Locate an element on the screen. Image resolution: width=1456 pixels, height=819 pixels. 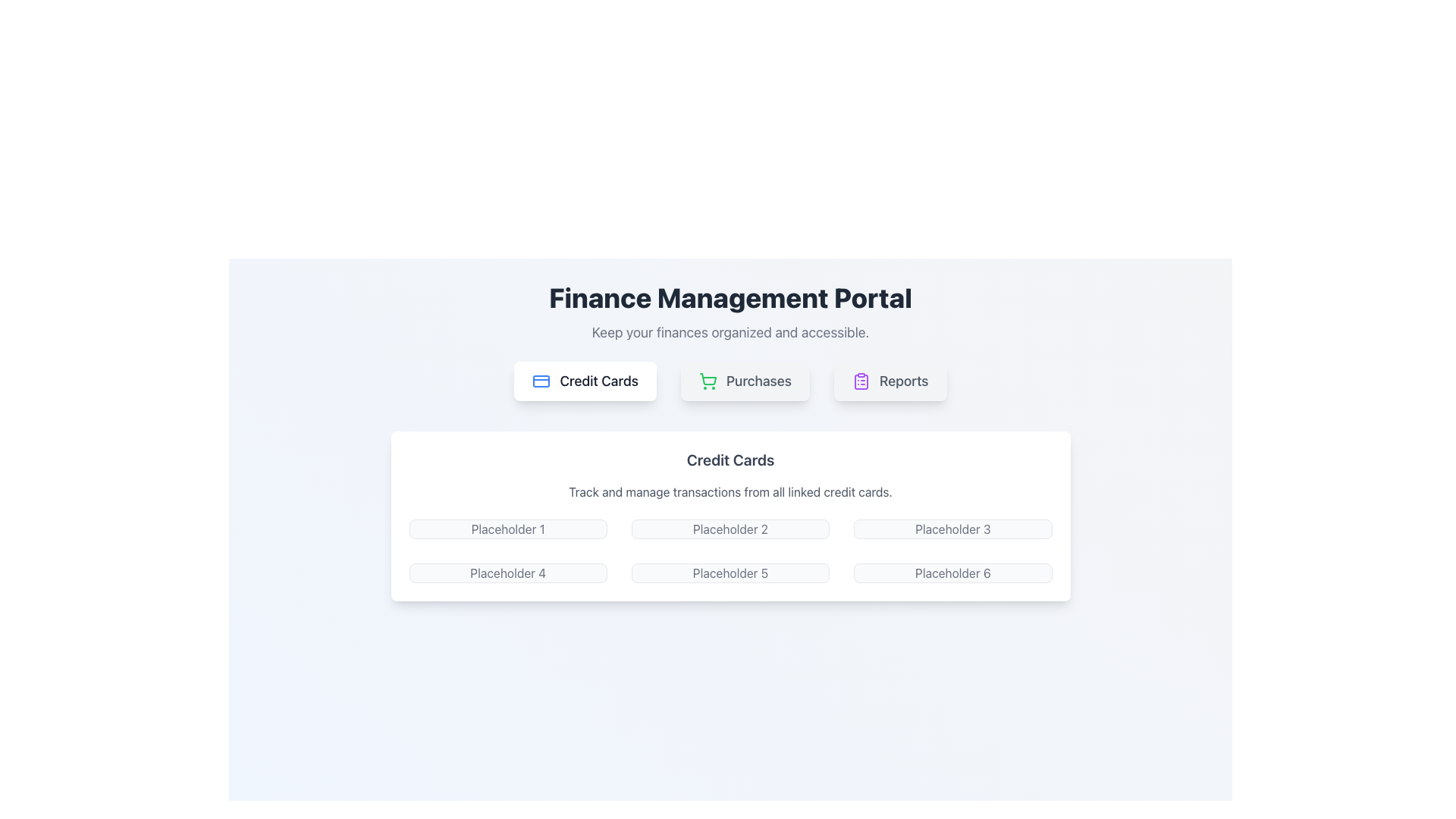
the Text header with description located at the top of the visible content area, which provides an overview of the portal's purpose and utility is located at coordinates (730, 312).